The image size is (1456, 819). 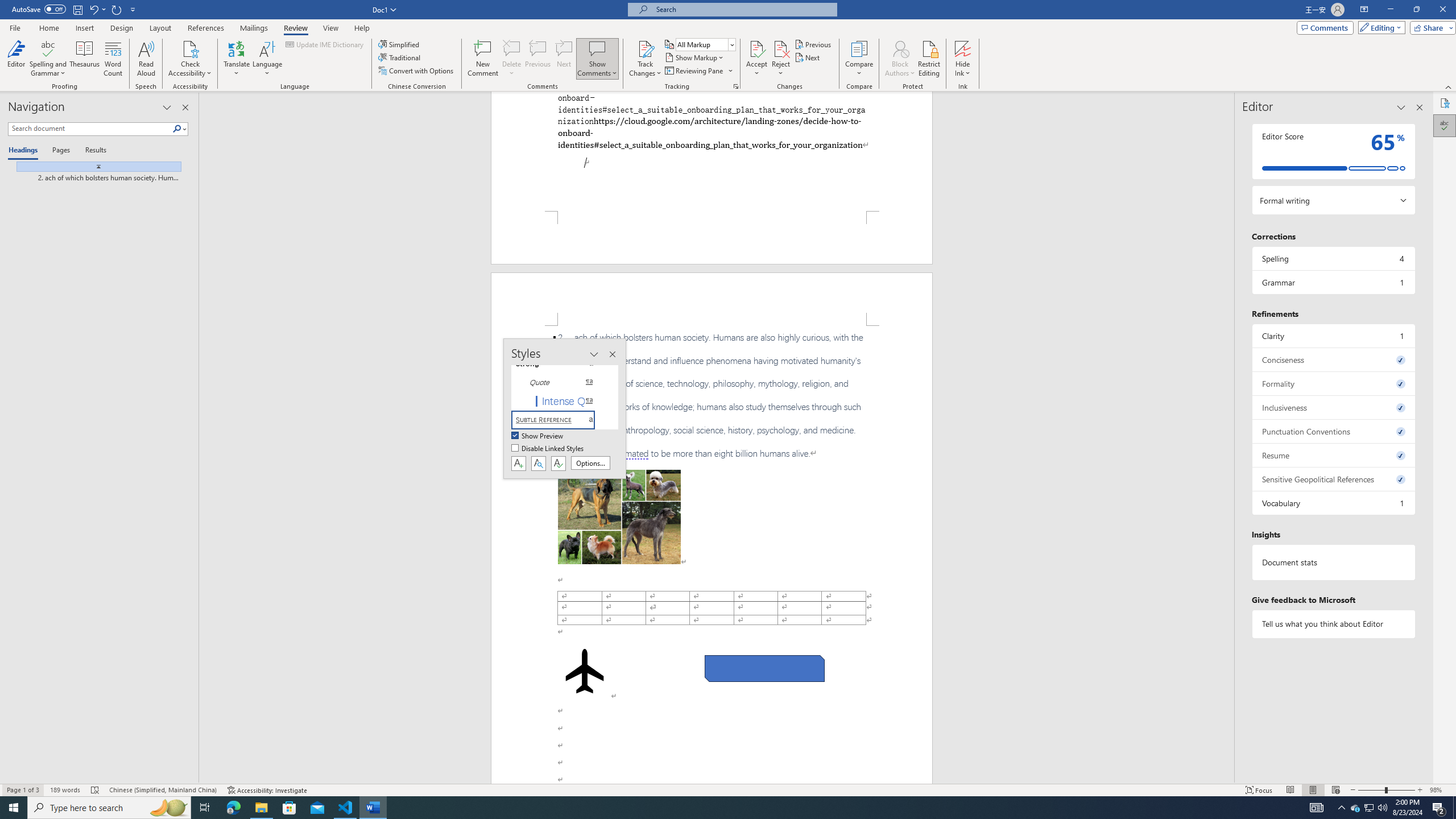 What do you see at coordinates (190, 48) in the screenshot?
I see `'Check Accessibility'` at bounding box center [190, 48].